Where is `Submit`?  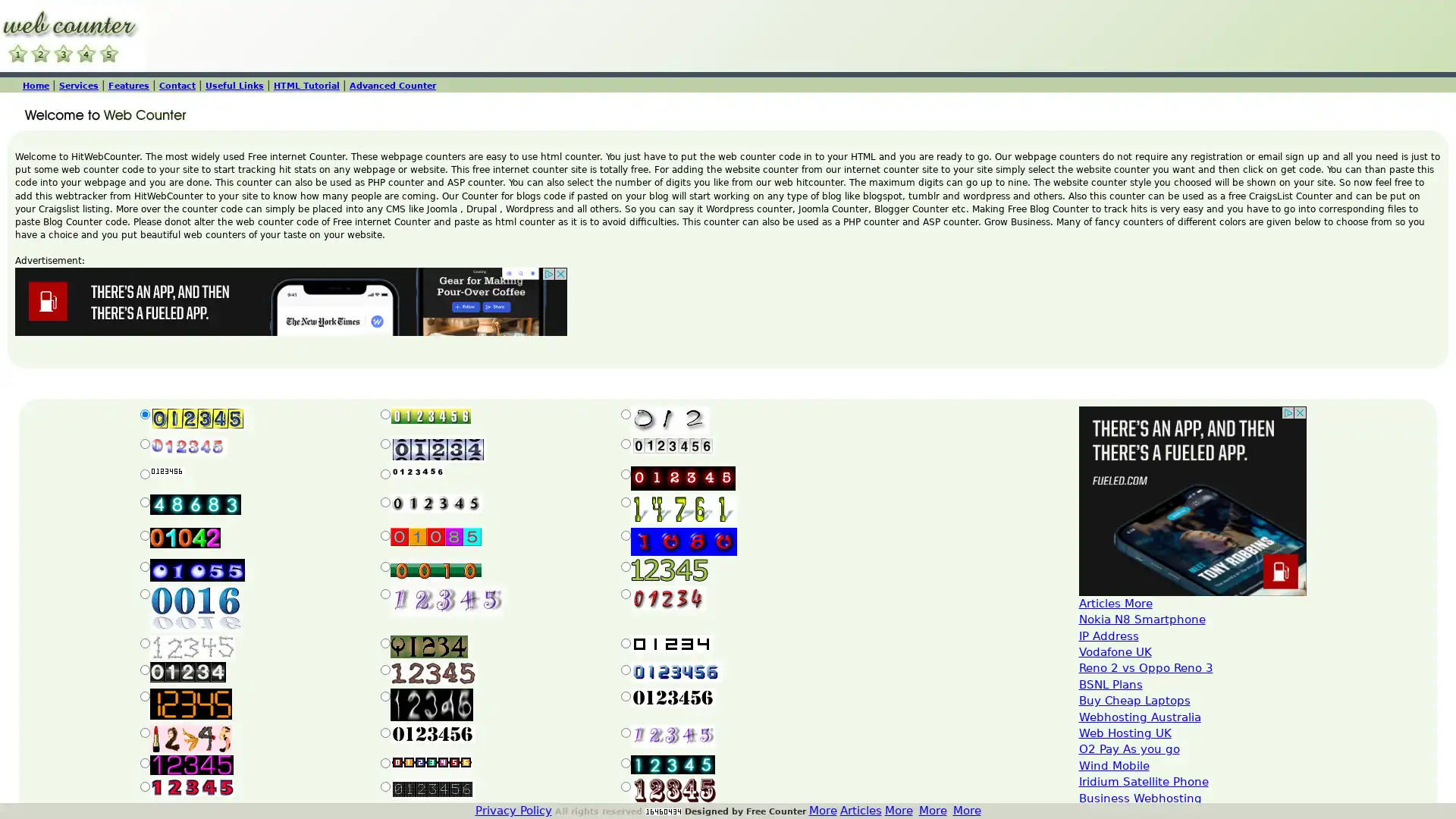 Submit is located at coordinates (672, 789).